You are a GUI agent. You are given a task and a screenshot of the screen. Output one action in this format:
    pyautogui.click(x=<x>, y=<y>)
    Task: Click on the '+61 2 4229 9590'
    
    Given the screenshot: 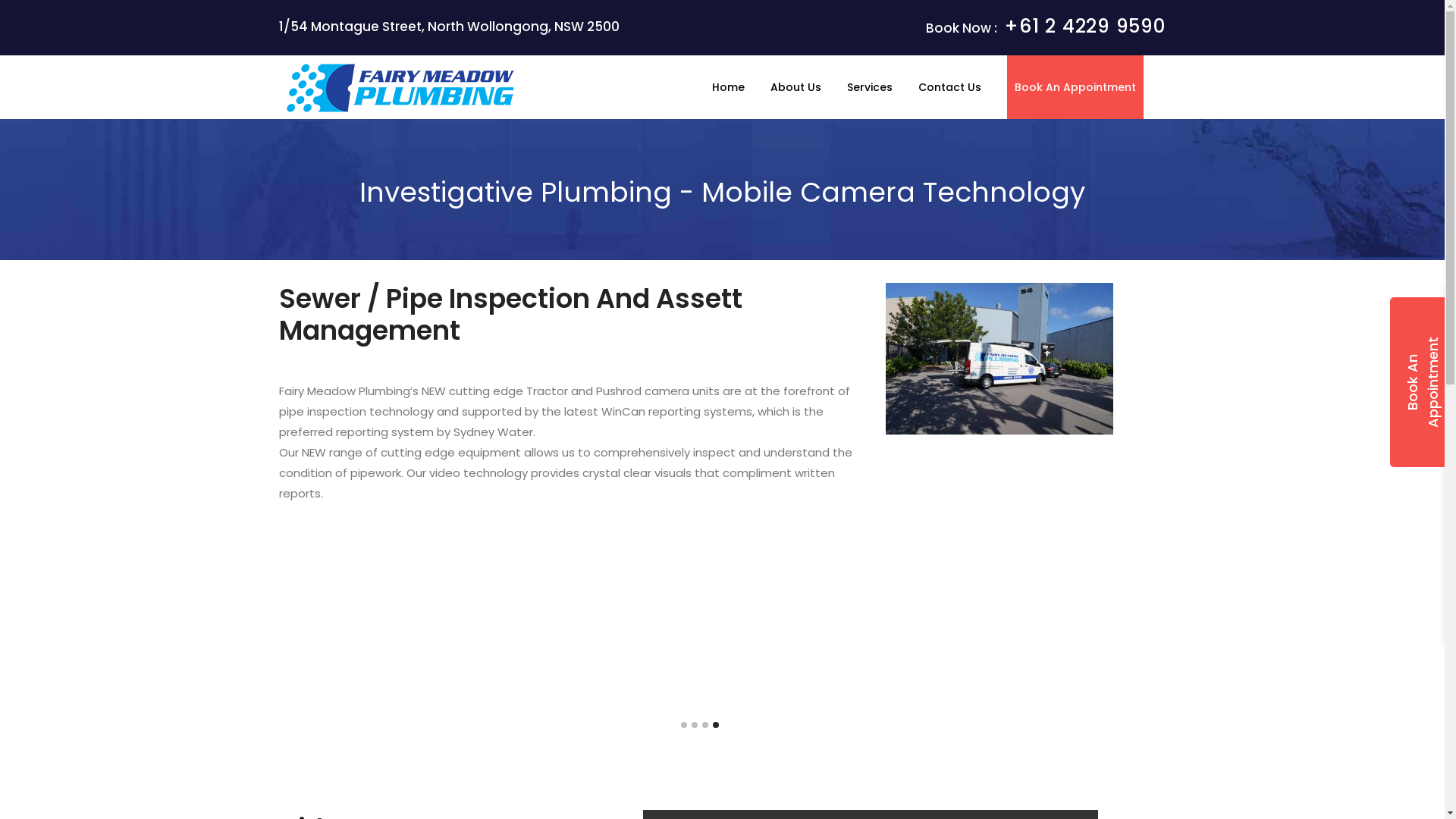 What is the action you would take?
    pyautogui.click(x=1004, y=26)
    